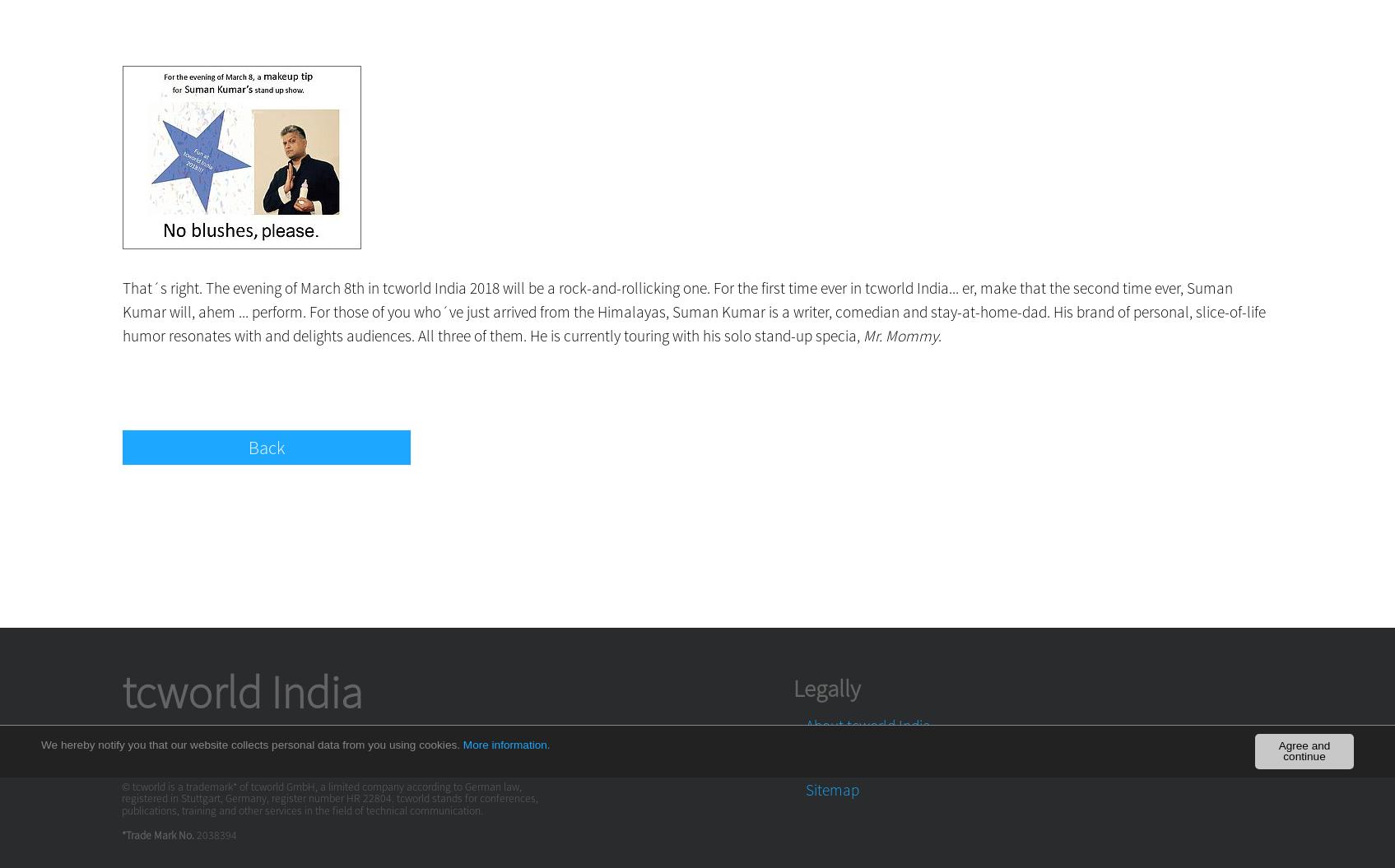 This screenshot has height=868, width=1395. What do you see at coordinates (831, 788) in the screenshot?
I see `'Sitemap'` at bounding box center [831, 788].